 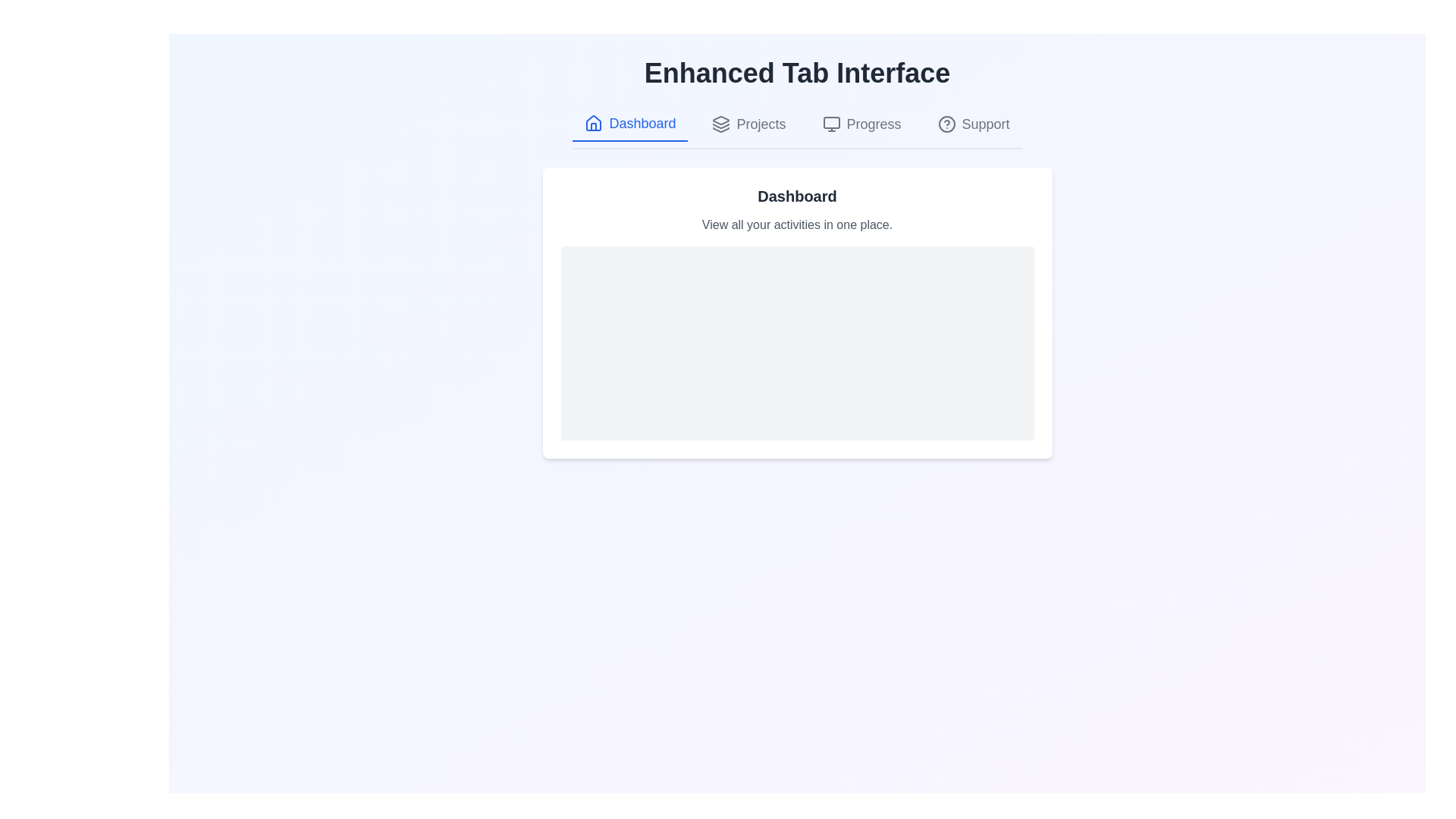 I want to click on the tab labeled Projects to display its content, so click(x=749, y=124).